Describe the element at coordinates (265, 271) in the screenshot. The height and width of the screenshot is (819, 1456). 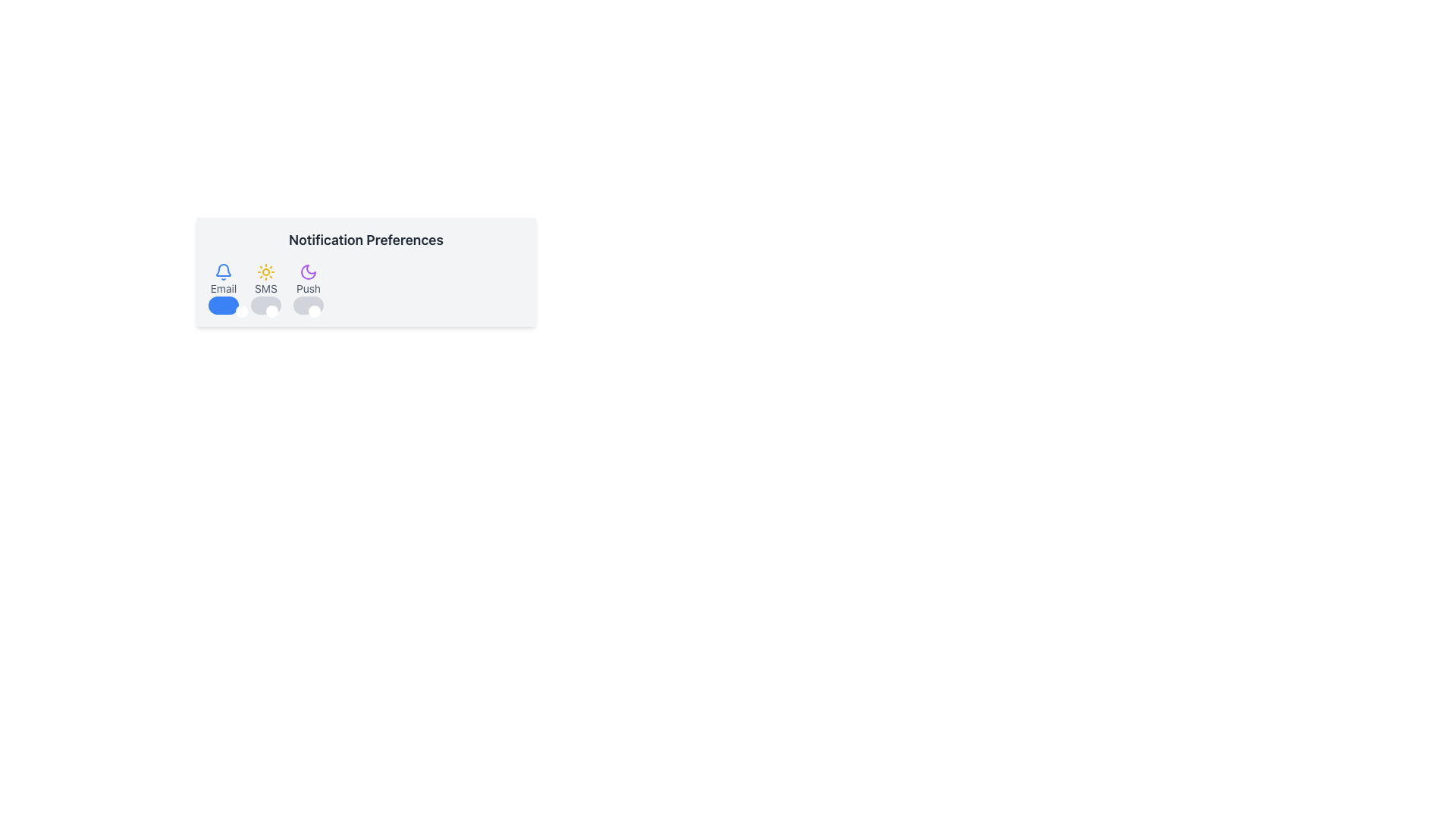
I see `the sun icon, which is yellow with radial beams and located above the 'SMS' text label and toggle switch` at that location.